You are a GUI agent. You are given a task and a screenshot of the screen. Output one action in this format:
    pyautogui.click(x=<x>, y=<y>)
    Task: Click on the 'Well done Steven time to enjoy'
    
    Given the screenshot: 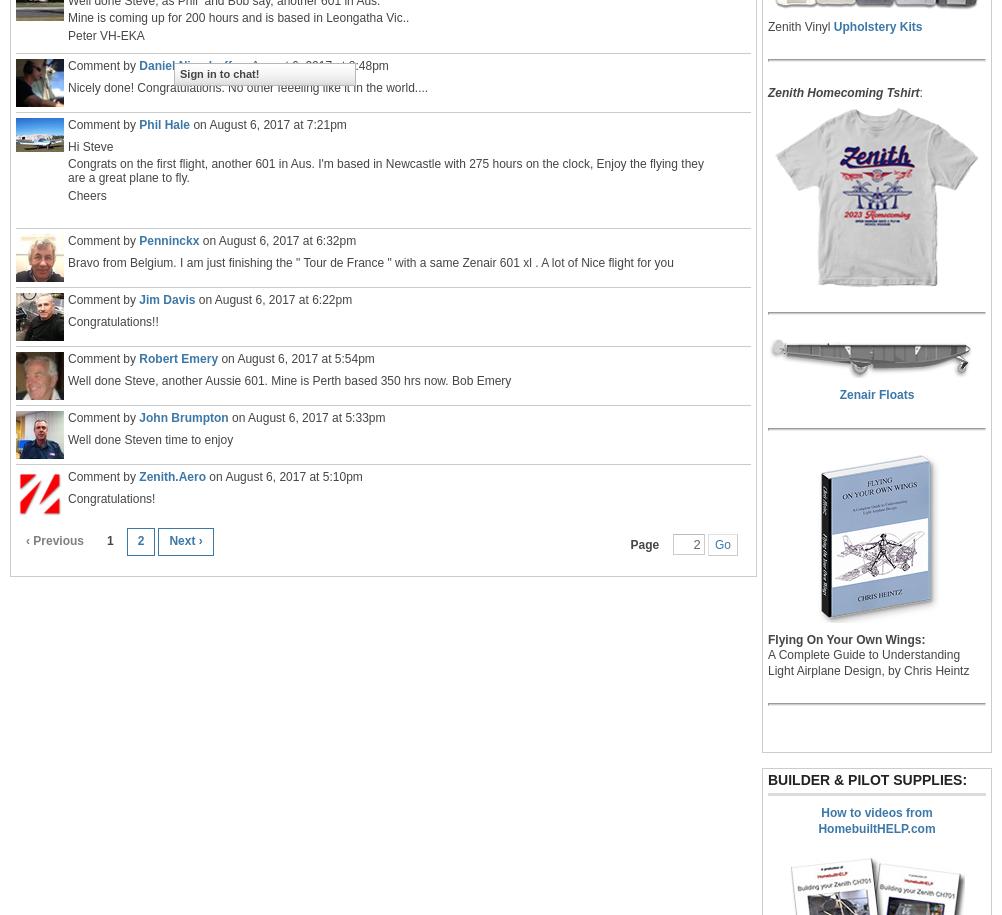 What is the action you would take?
    pyautogui.click(x=149, y=439)
    